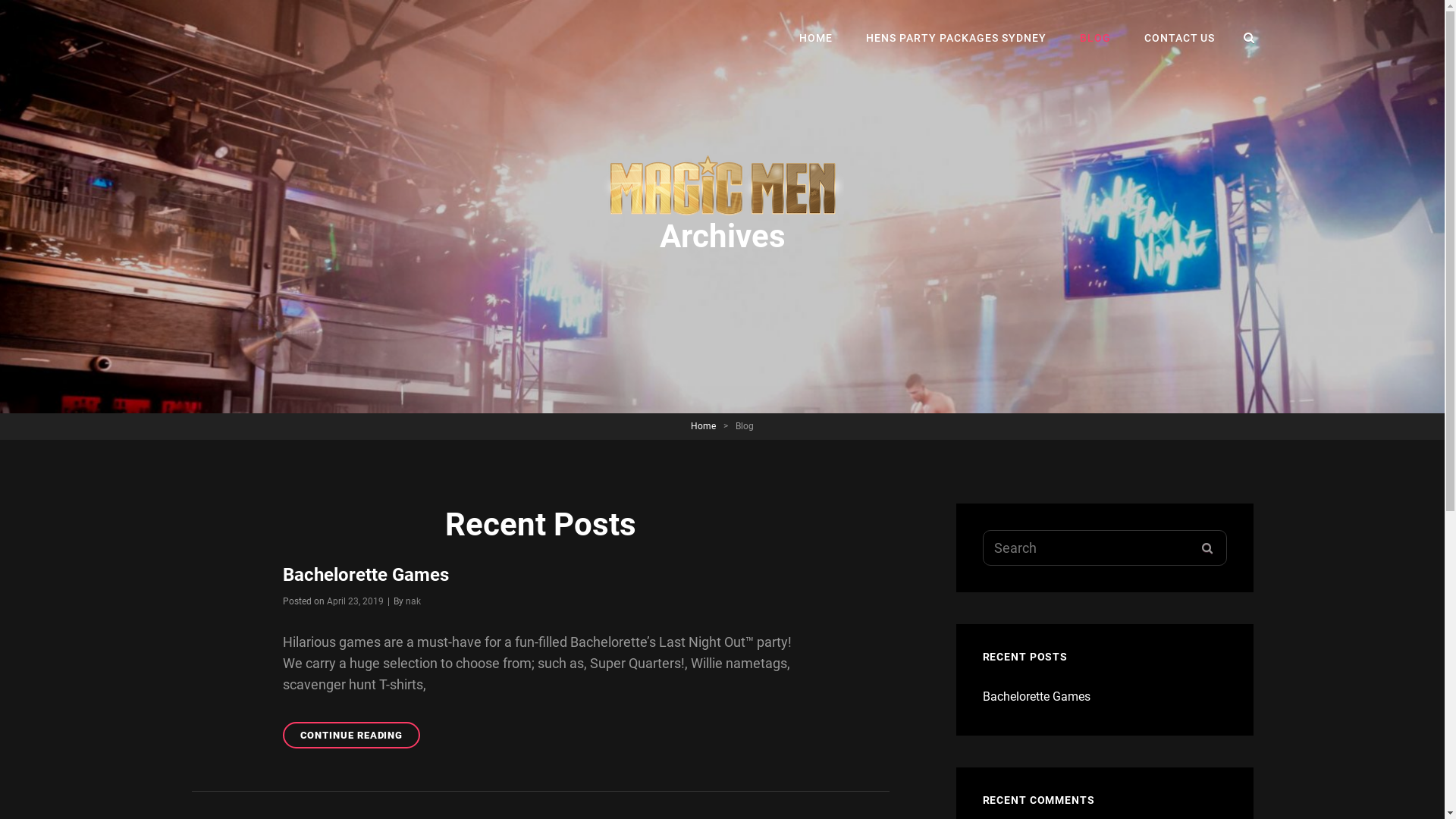  What do you see at coordinates (1178, 37) in the screenshot?
I see `'CONTACT US'` at bounding box center [1178, 37].